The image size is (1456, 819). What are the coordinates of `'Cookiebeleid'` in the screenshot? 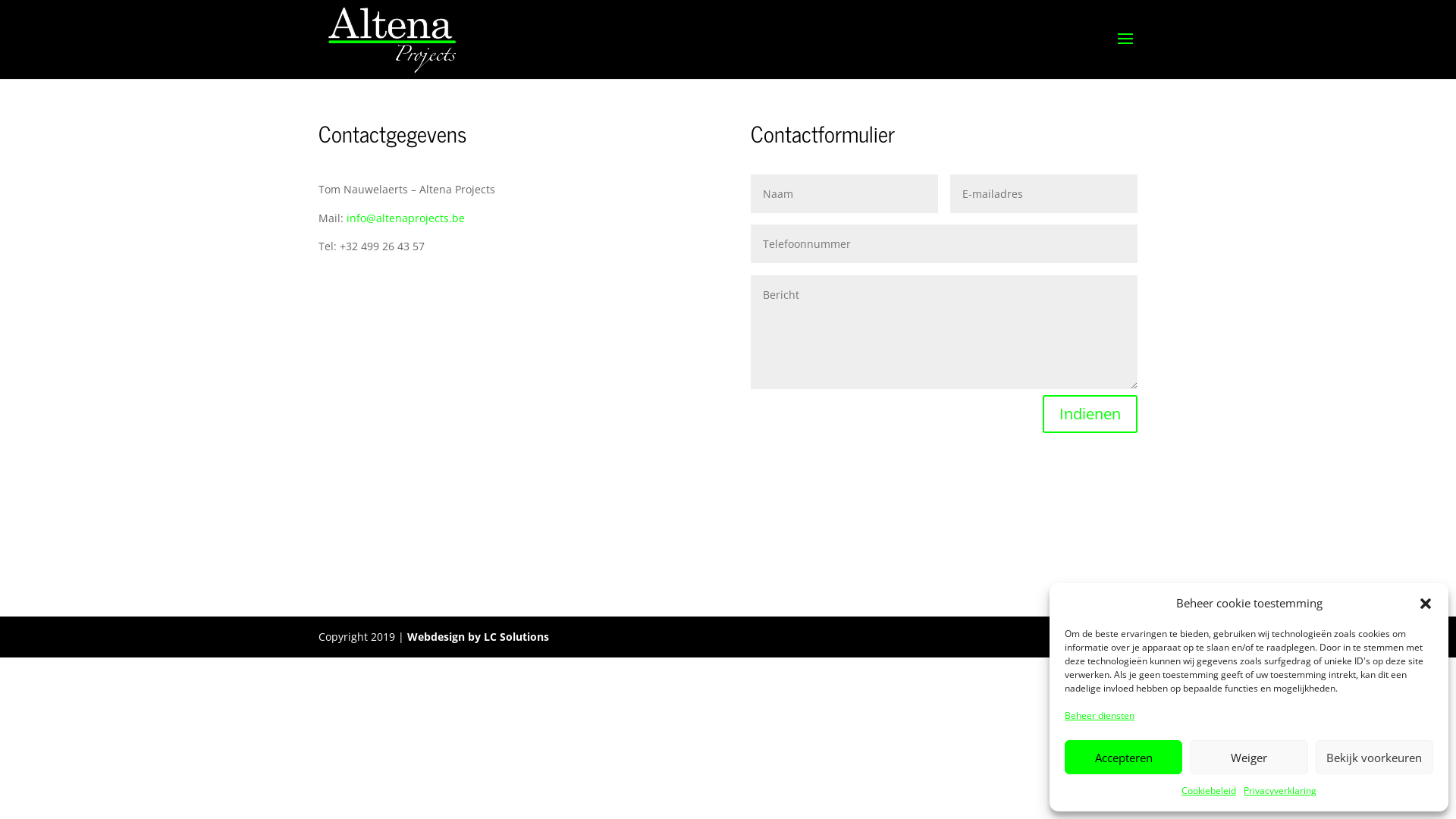 It's located at (1207, 789).